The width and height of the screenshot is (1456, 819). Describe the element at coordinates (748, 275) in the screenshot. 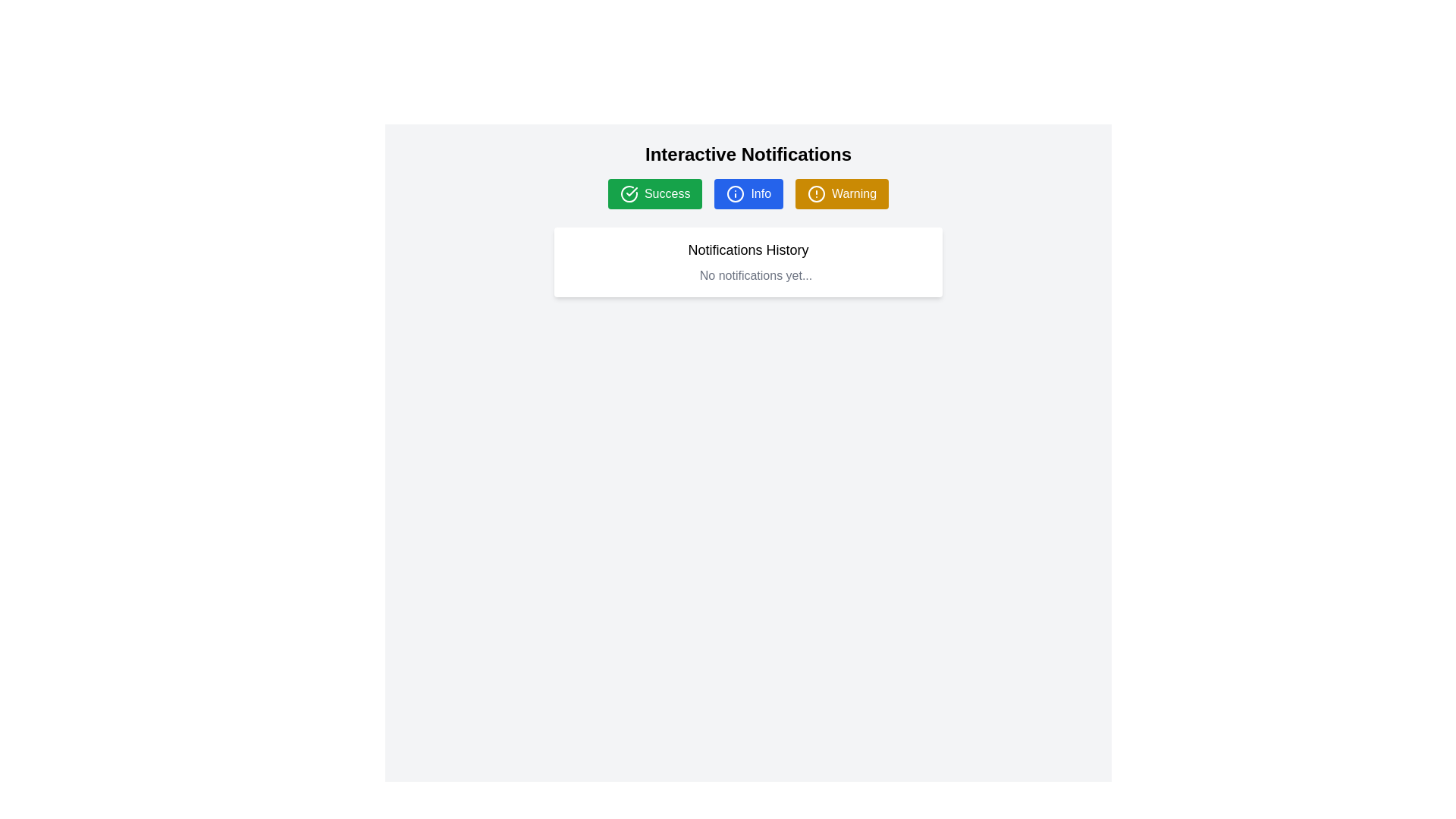

I see `the Text block that informs the user there are currently no notifications available, located in the Notifications History section underneath the title` at that location.